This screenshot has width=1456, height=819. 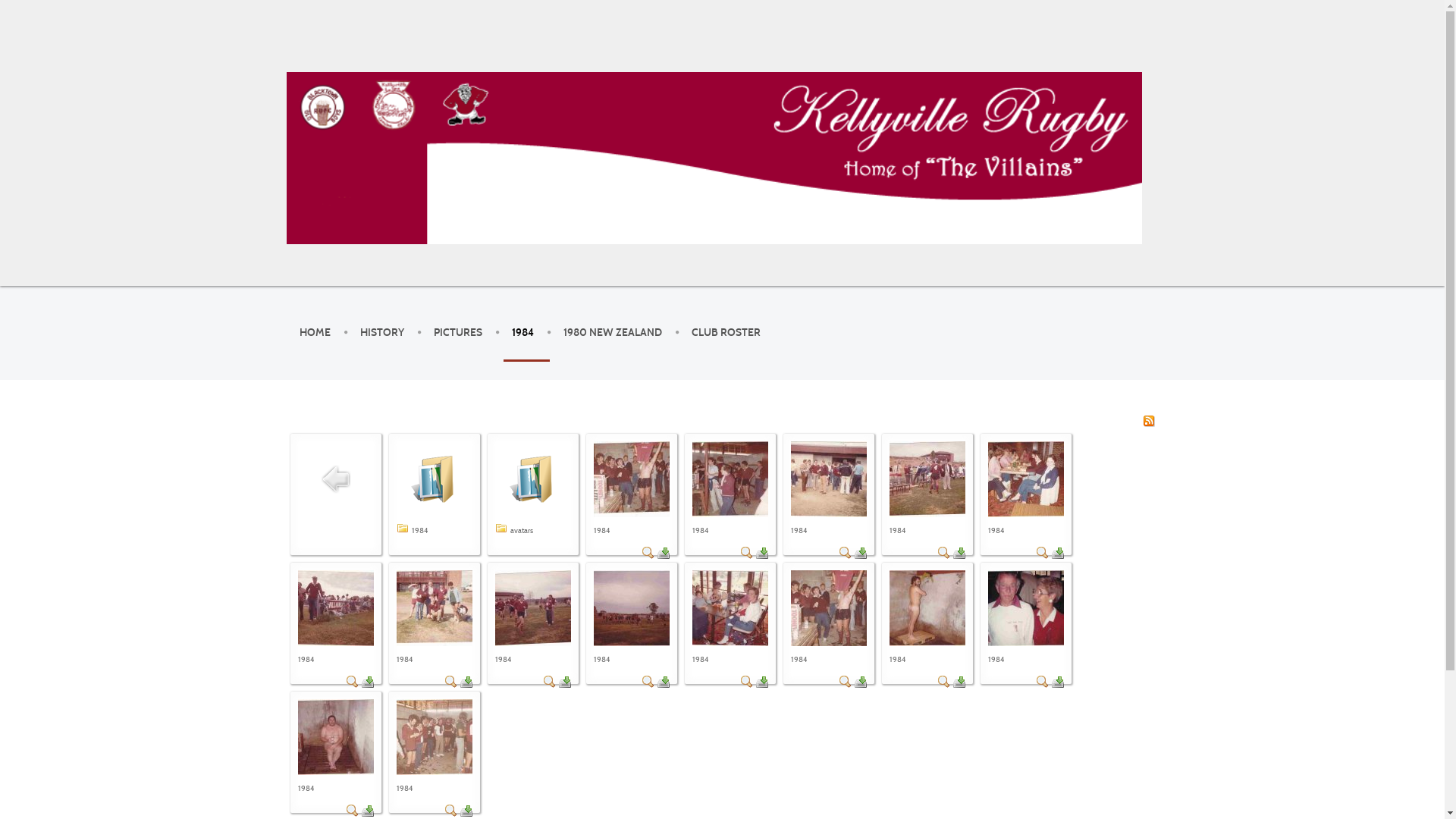 What do you see at coordinates (549, 332) in the screenshot?
I see `'1980 NEW ZEALAND'` at bounding box center [549, 332].